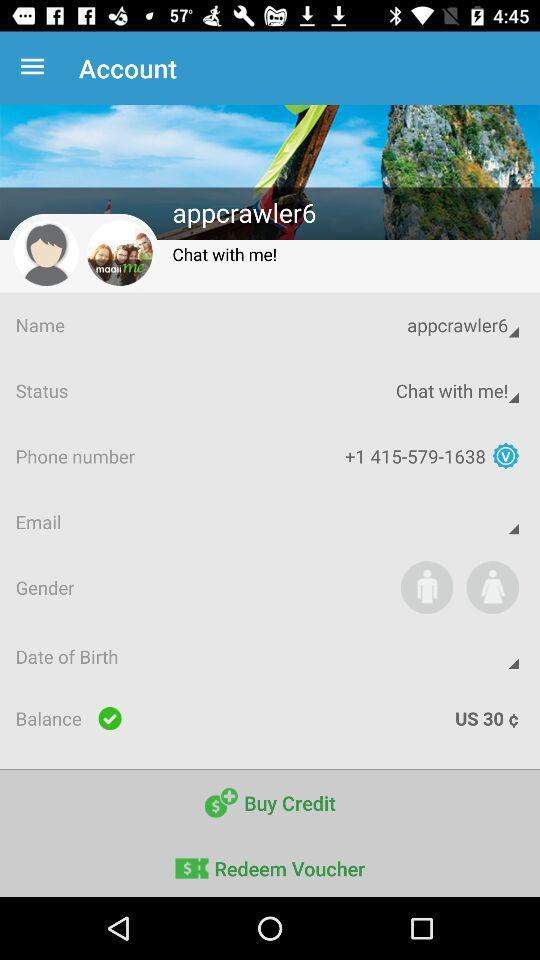  What do you see at coordinates (270, 803) in the screenshot?
I see `the item above the redeem voucher item` at bounding box center [270, 803].